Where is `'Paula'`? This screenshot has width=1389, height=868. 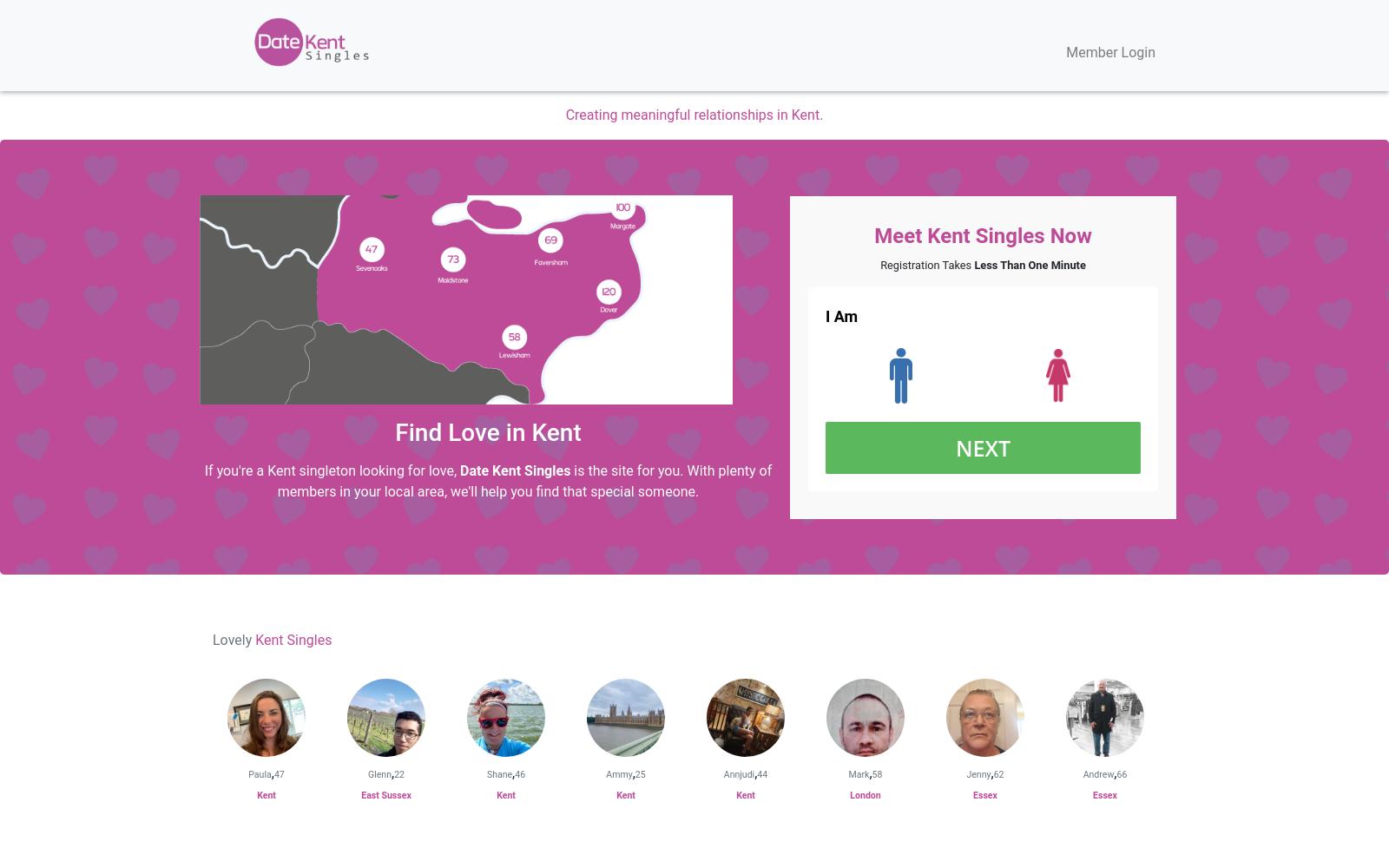
'Paula' is located at coordinates (260, 774).